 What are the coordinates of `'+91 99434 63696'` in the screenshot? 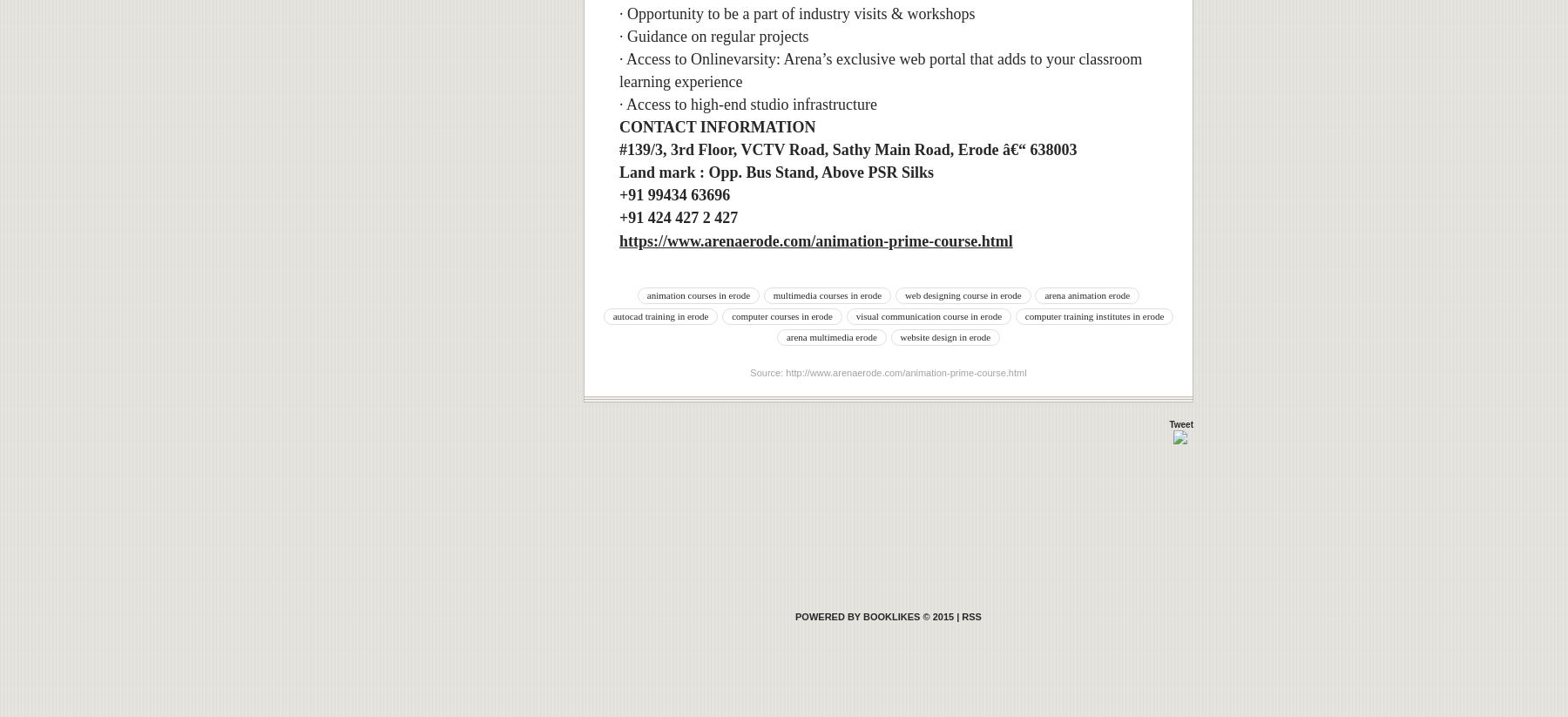 It's located at (673, 195).